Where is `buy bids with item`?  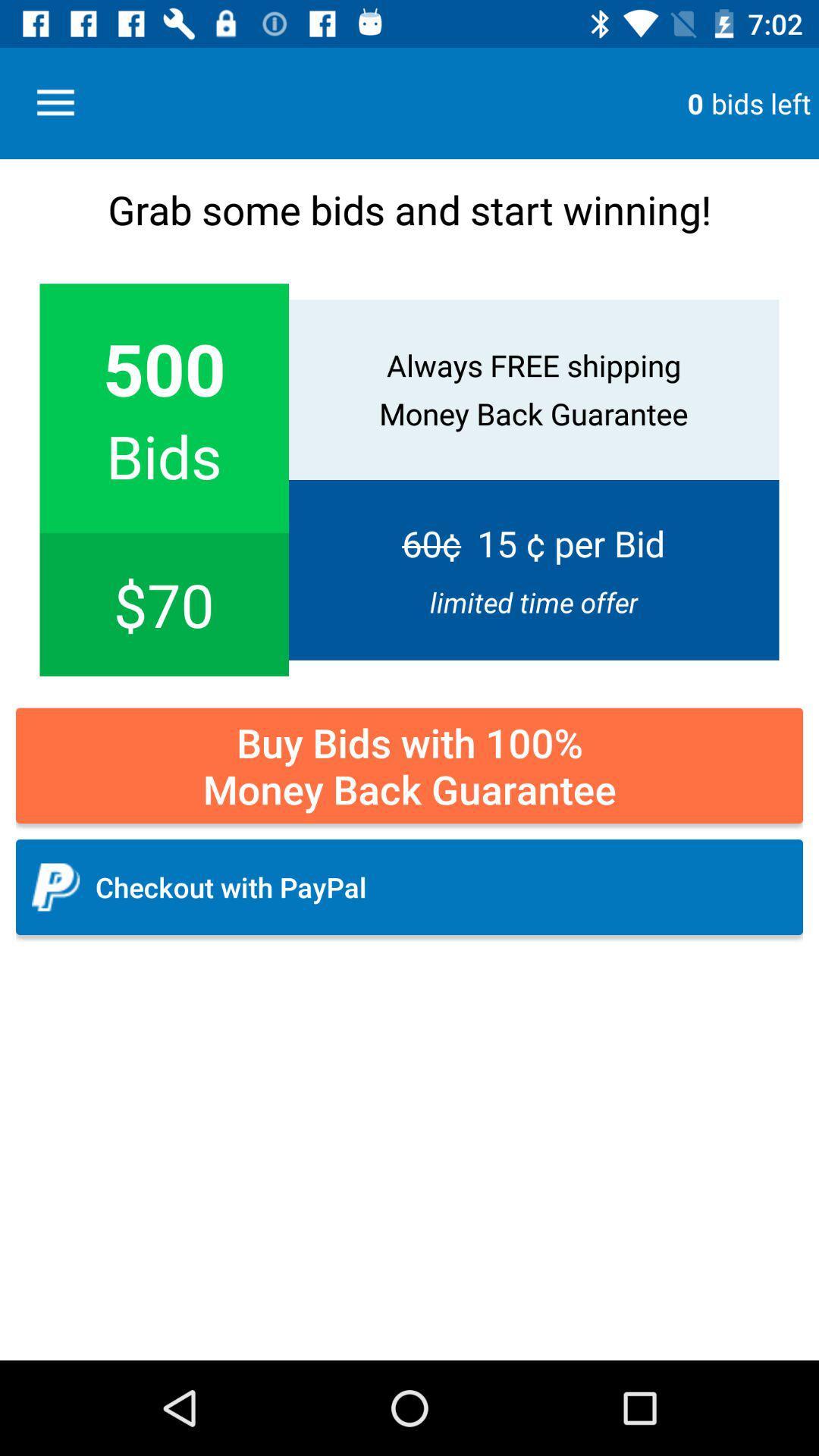
buy bids with item is located at coordinates (409, 765).